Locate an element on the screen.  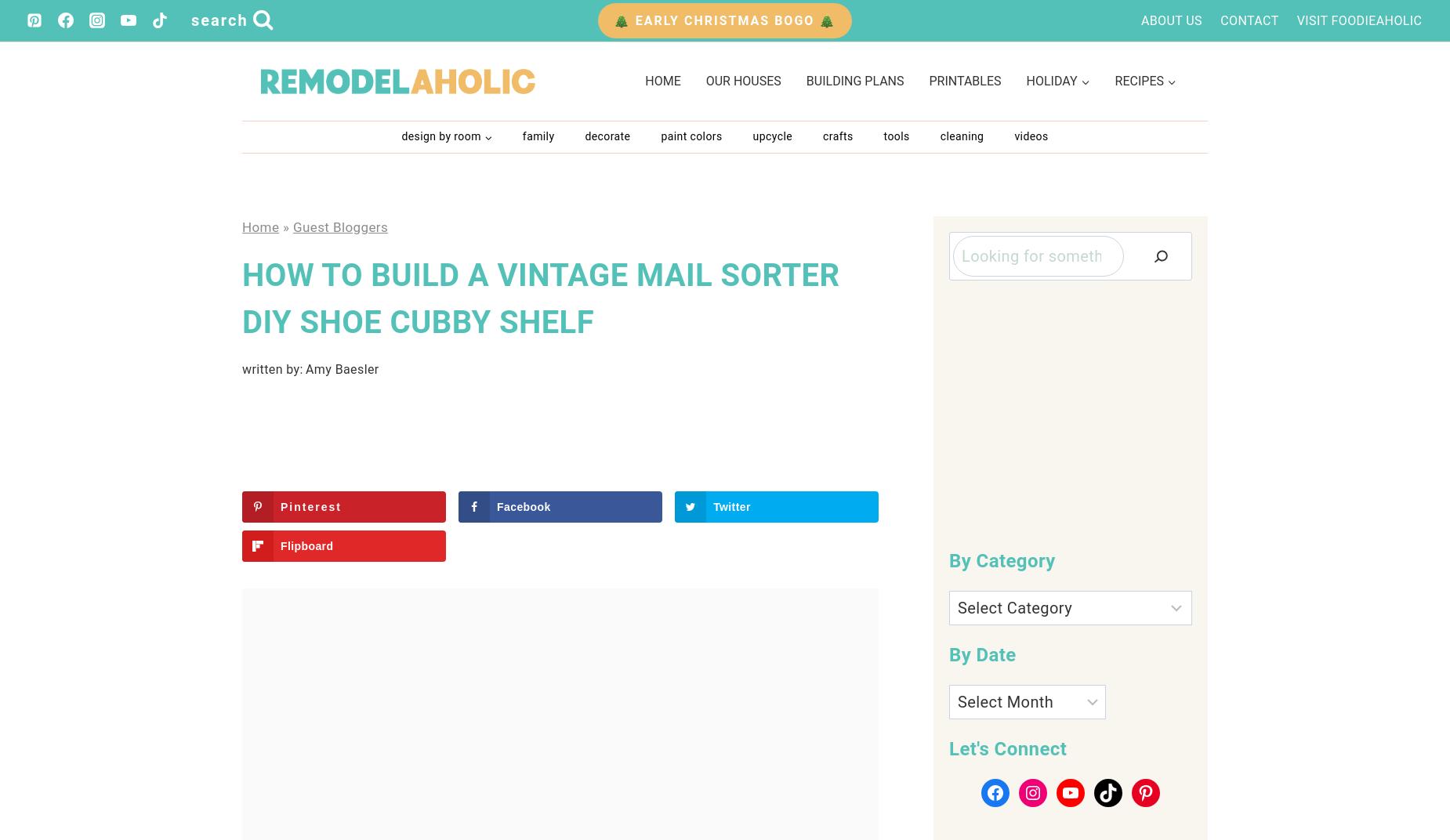
'Upcycle' is located at coordinates (751, 135).